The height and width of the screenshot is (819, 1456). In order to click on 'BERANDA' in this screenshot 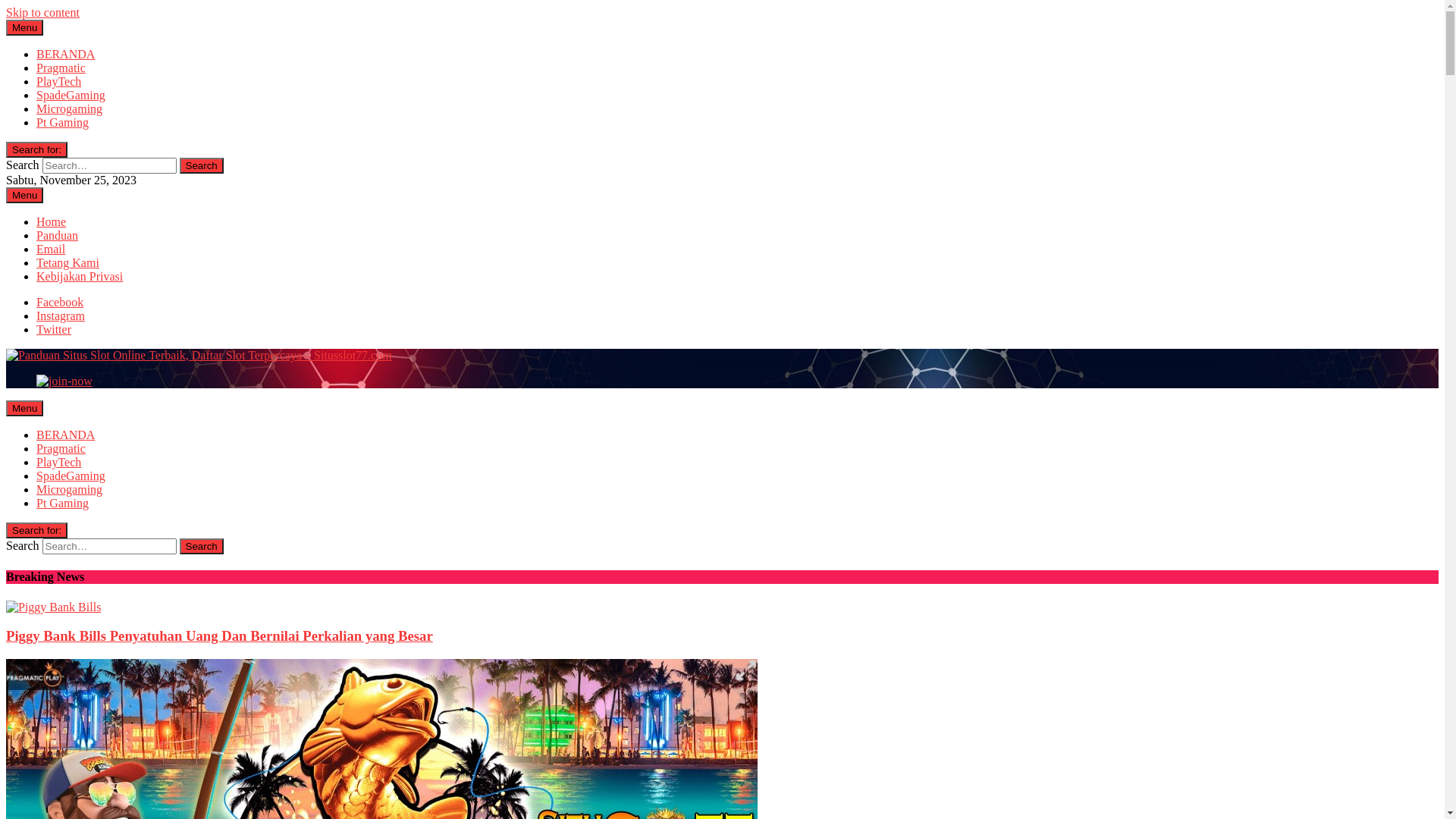, I will do `click(64, 53)`.